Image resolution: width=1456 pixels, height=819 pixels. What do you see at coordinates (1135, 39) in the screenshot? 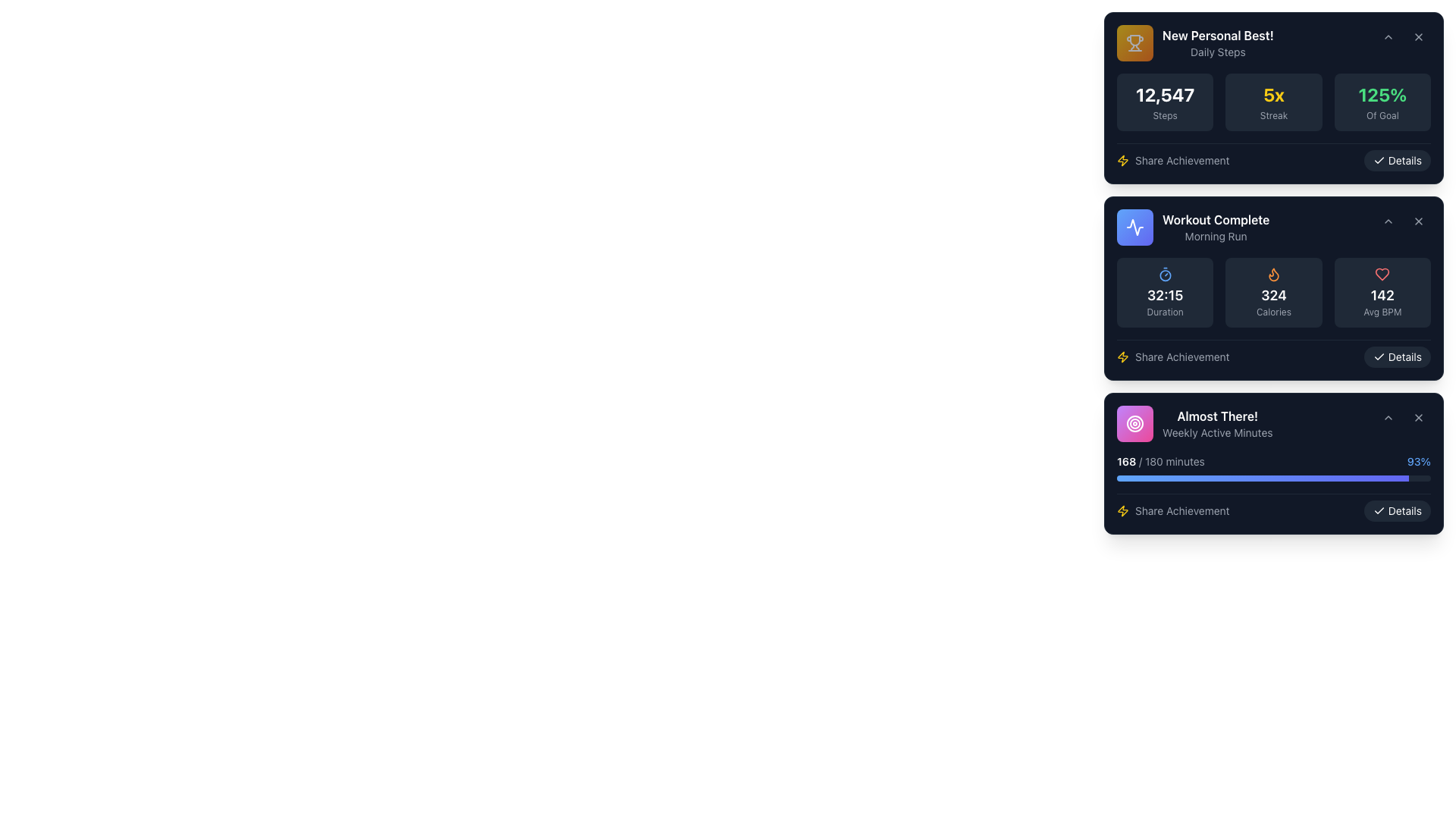
I see `the achievement icon located in the upper-left corner of the 'New Personal Best!' card, which is positioned left of the title text` at bounding box center [1135, 39].